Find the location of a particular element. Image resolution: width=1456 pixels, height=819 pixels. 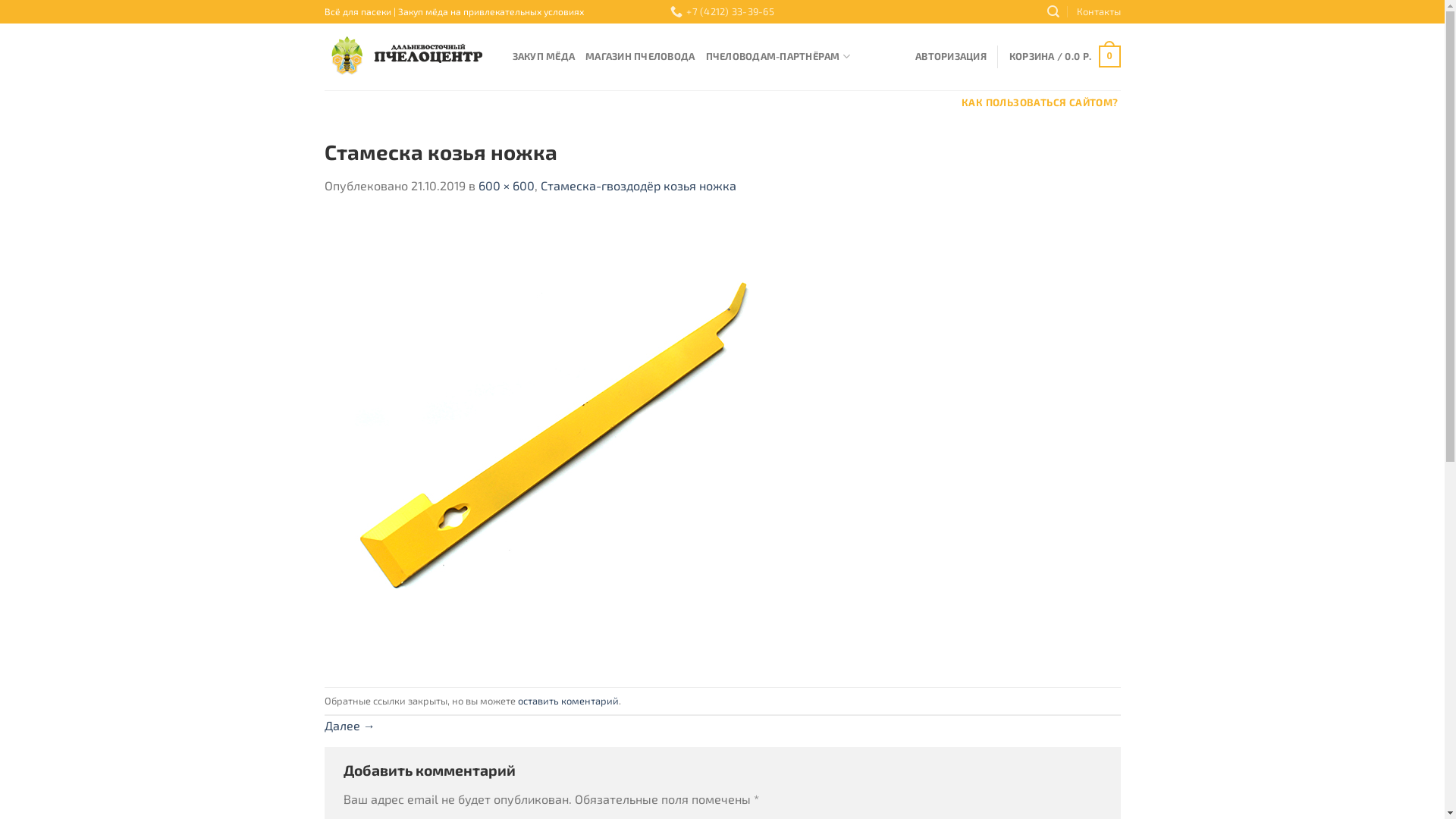

'+7 (4212) 33-39-65' is located at coordinates (721, 11).